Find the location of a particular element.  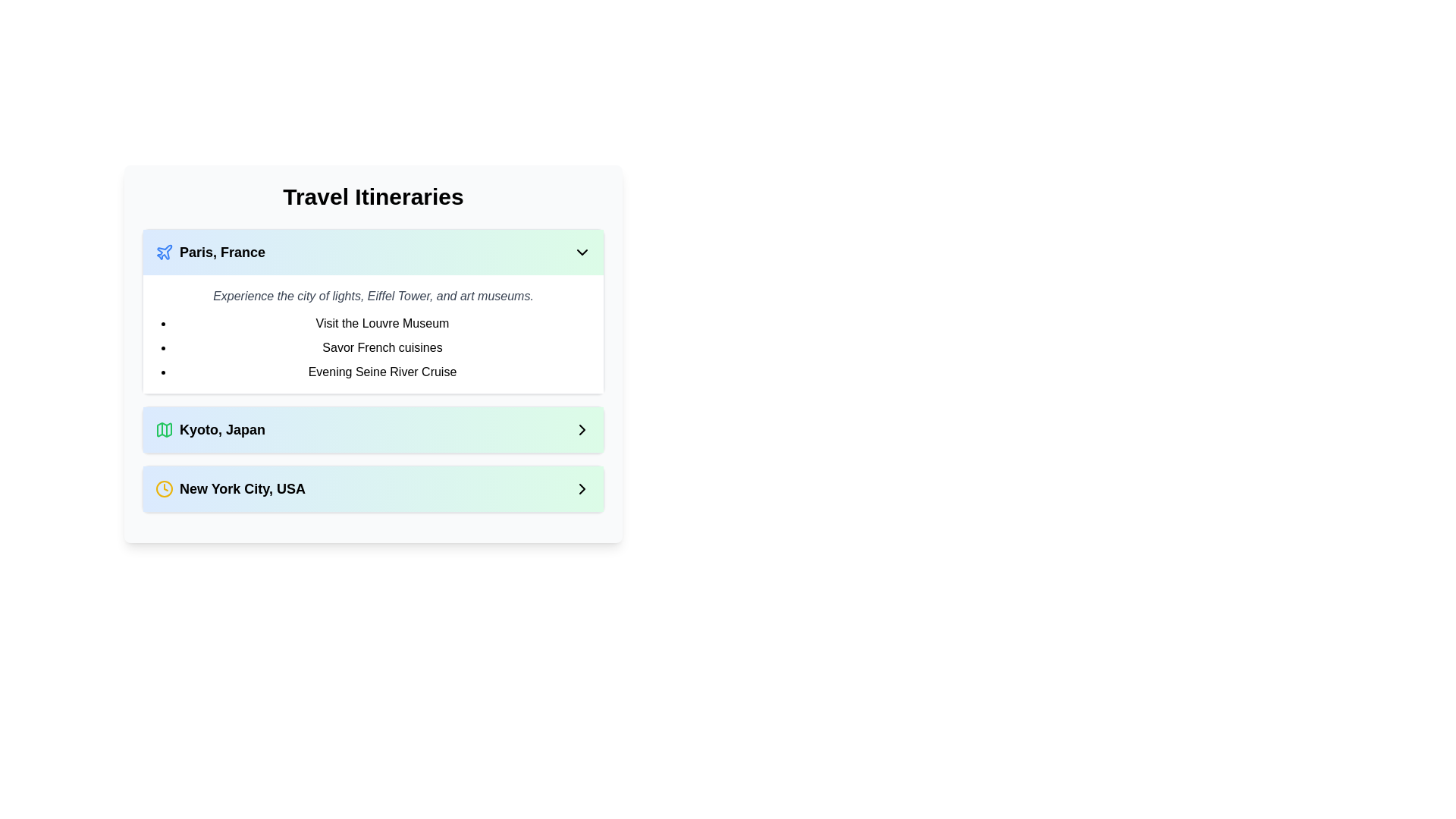

bulleted list items 'Visit the Louvre Museum', 'Savor French cuisines', and 'Evening Seine River Cruise' located in the 'Paris, France' itinerary section, positioned beneath the descriptive text and above the 'Kyoto, Japan' section is located at coordinates (373, 348).